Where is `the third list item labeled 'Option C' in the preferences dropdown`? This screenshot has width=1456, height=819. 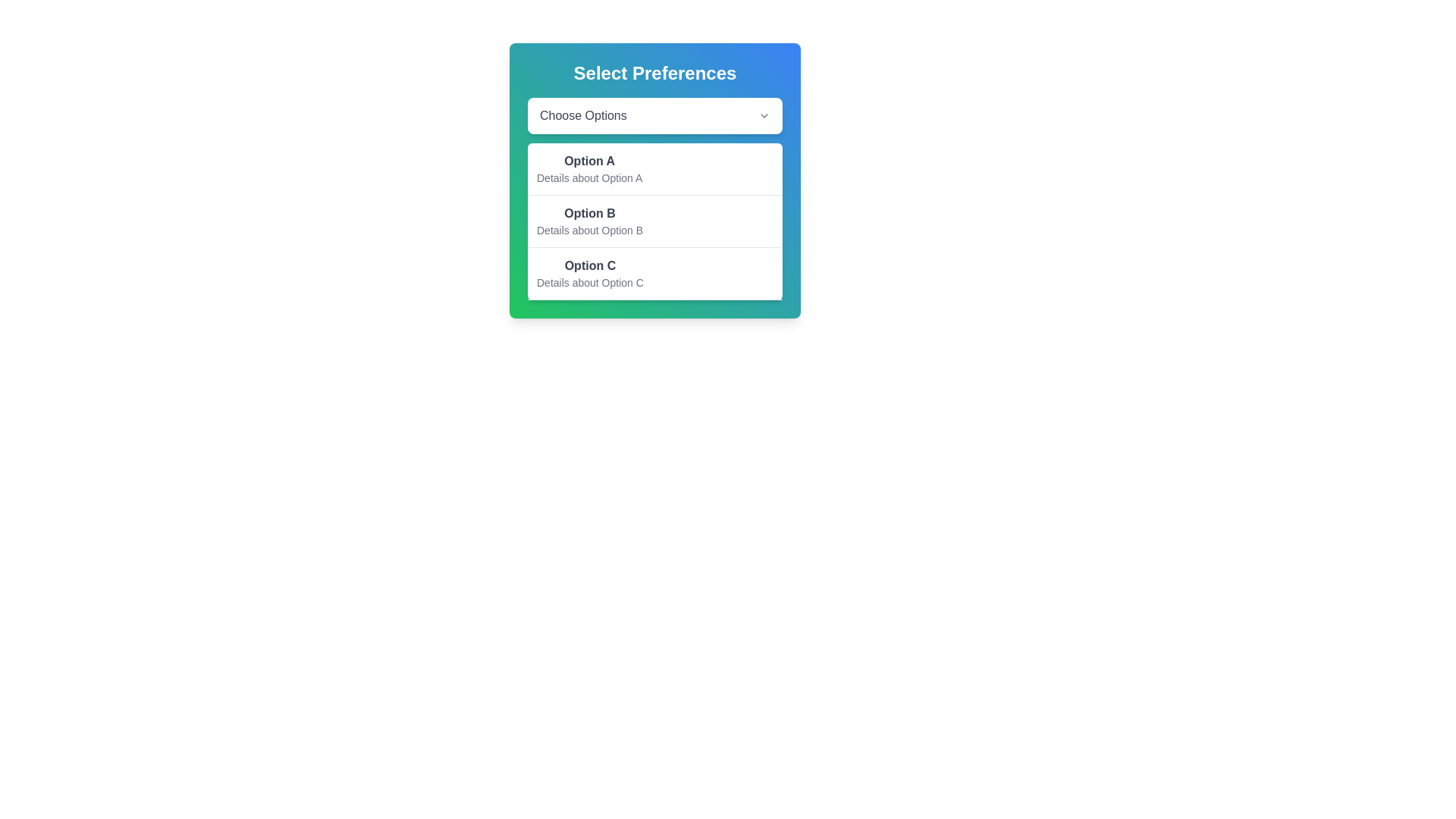
the third list item labeled 'Option C' in the preferences dropdown is located at coordinates (655, 274).